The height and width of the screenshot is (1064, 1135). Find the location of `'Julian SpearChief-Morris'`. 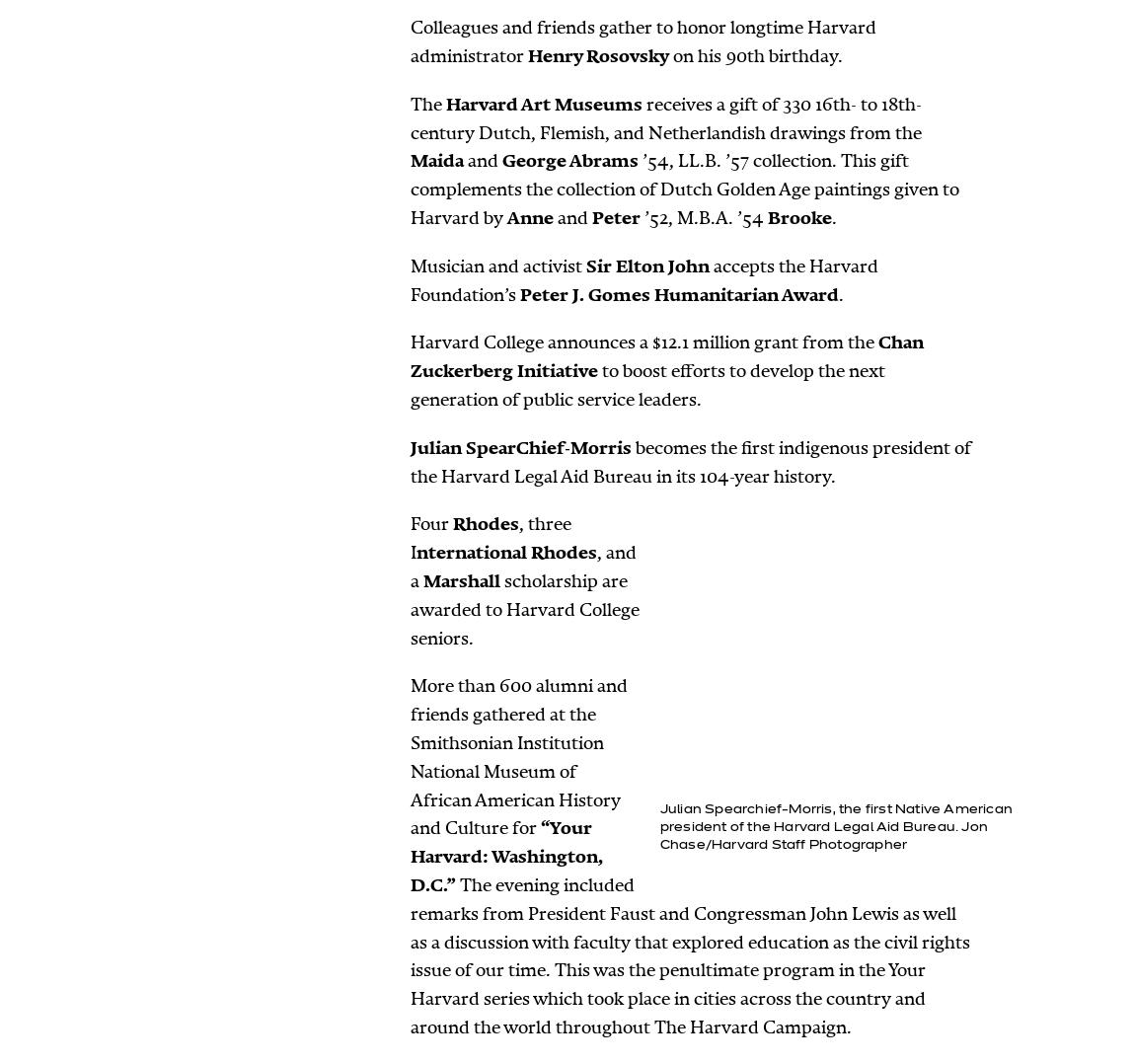

'Julian SpearChief-Morris' is located at coordinates (410, 446).